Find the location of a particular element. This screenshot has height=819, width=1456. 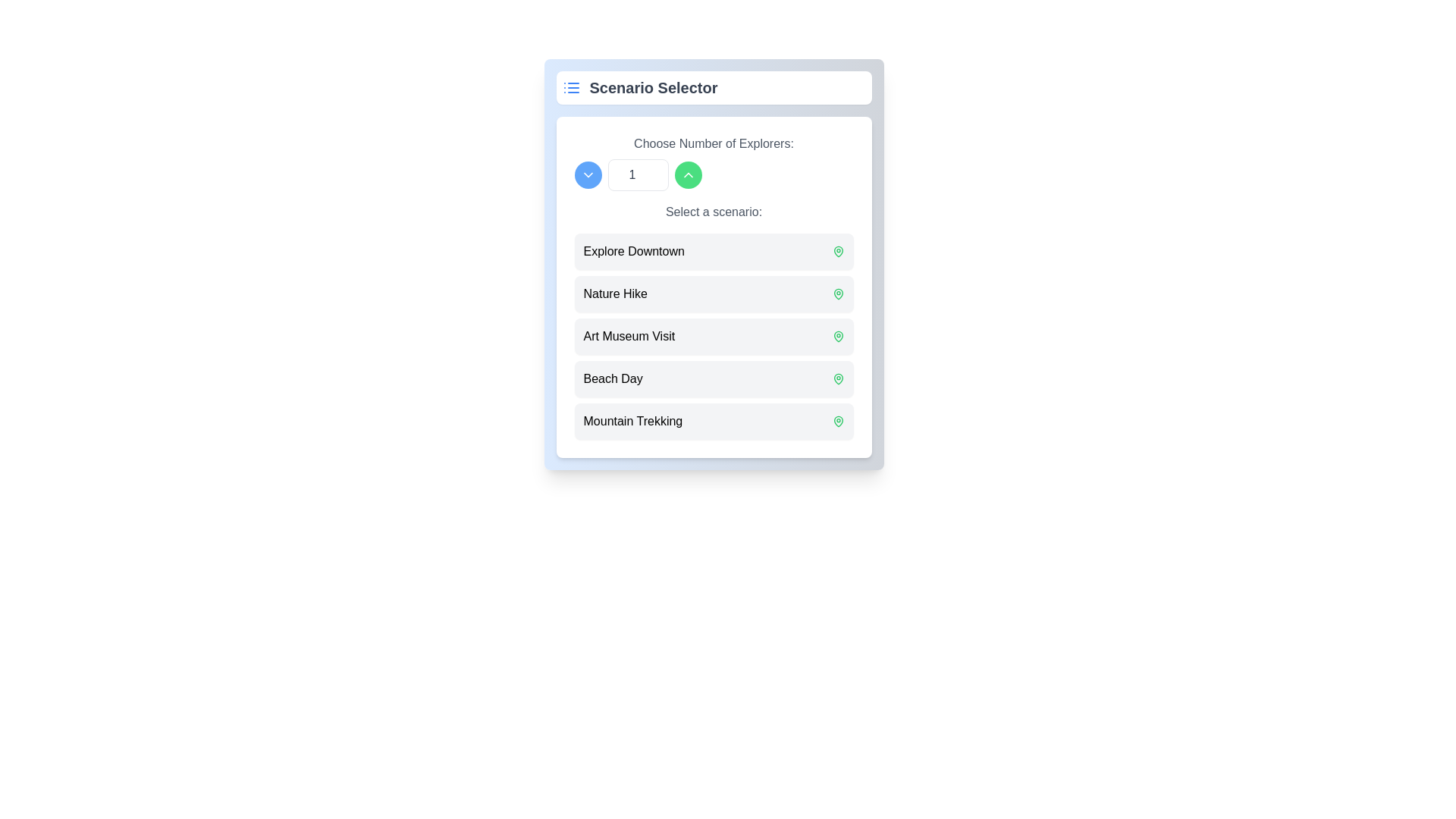

the downward-pointing chevron icon within the blue circular button is located at coordinates (587, 174).